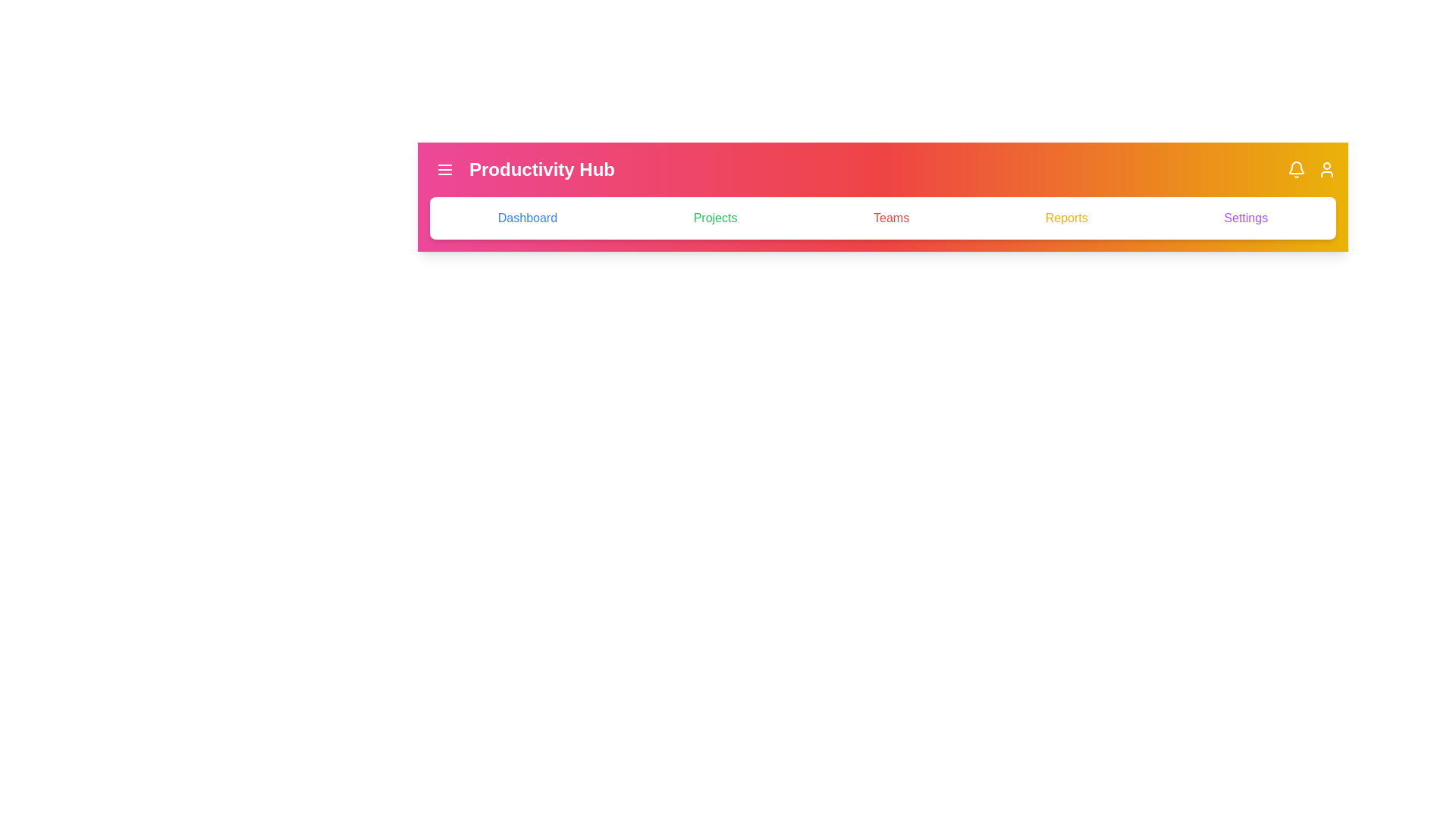 This screenshot has height=819, width=1456. Describe the element at coordinates (444, 169) in the screenshot. I see `the menu toggle button to toggle the menu visibility` at that location.